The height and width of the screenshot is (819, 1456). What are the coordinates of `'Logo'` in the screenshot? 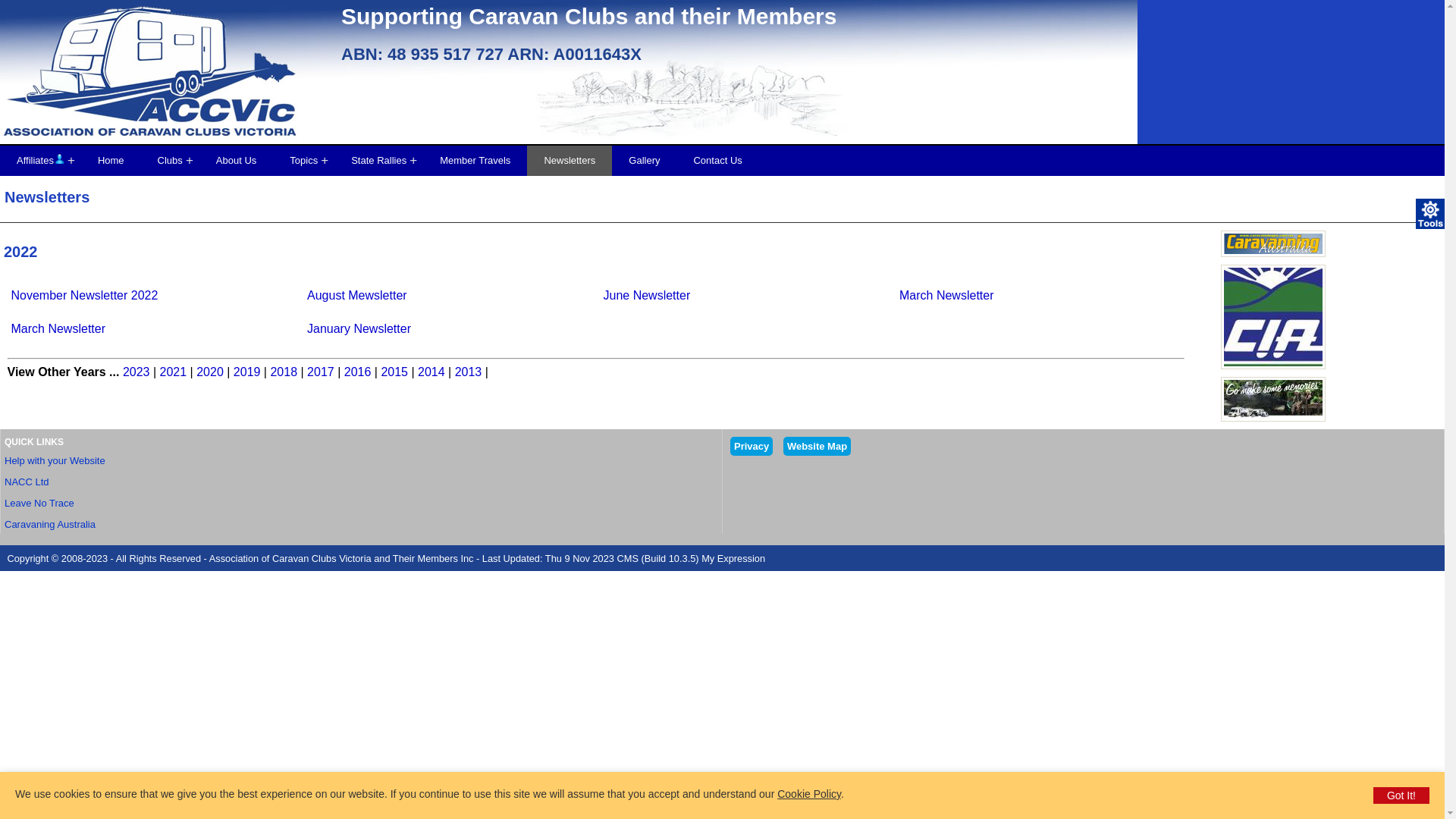 It's located at (167, 79).